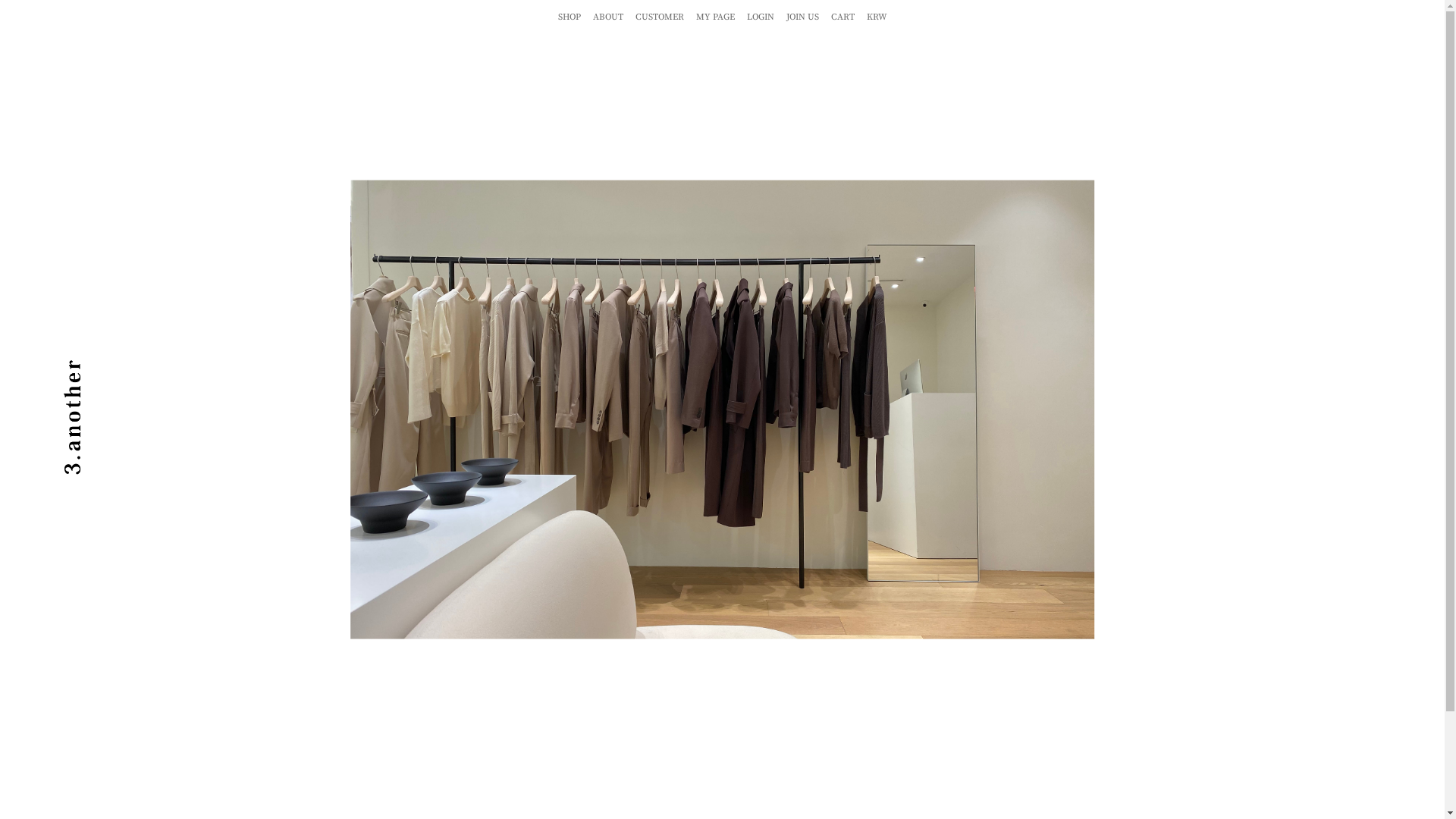  What do you see at coordinates (801, 17) in the screenshot?
I see `'JOIN US'` at bounding box center [801, 17].